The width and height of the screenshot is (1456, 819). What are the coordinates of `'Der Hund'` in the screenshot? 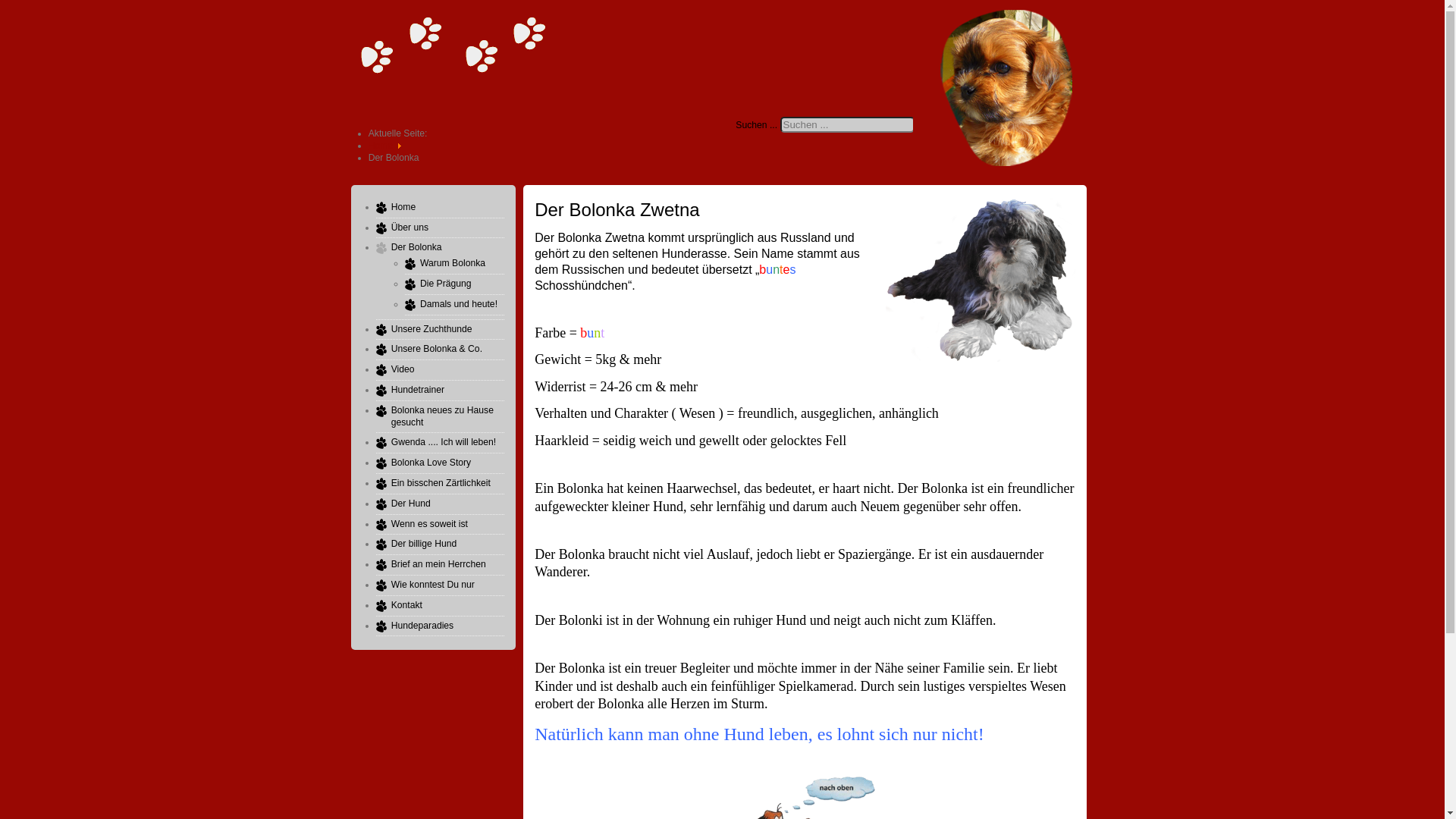 It's located at (411, 503).